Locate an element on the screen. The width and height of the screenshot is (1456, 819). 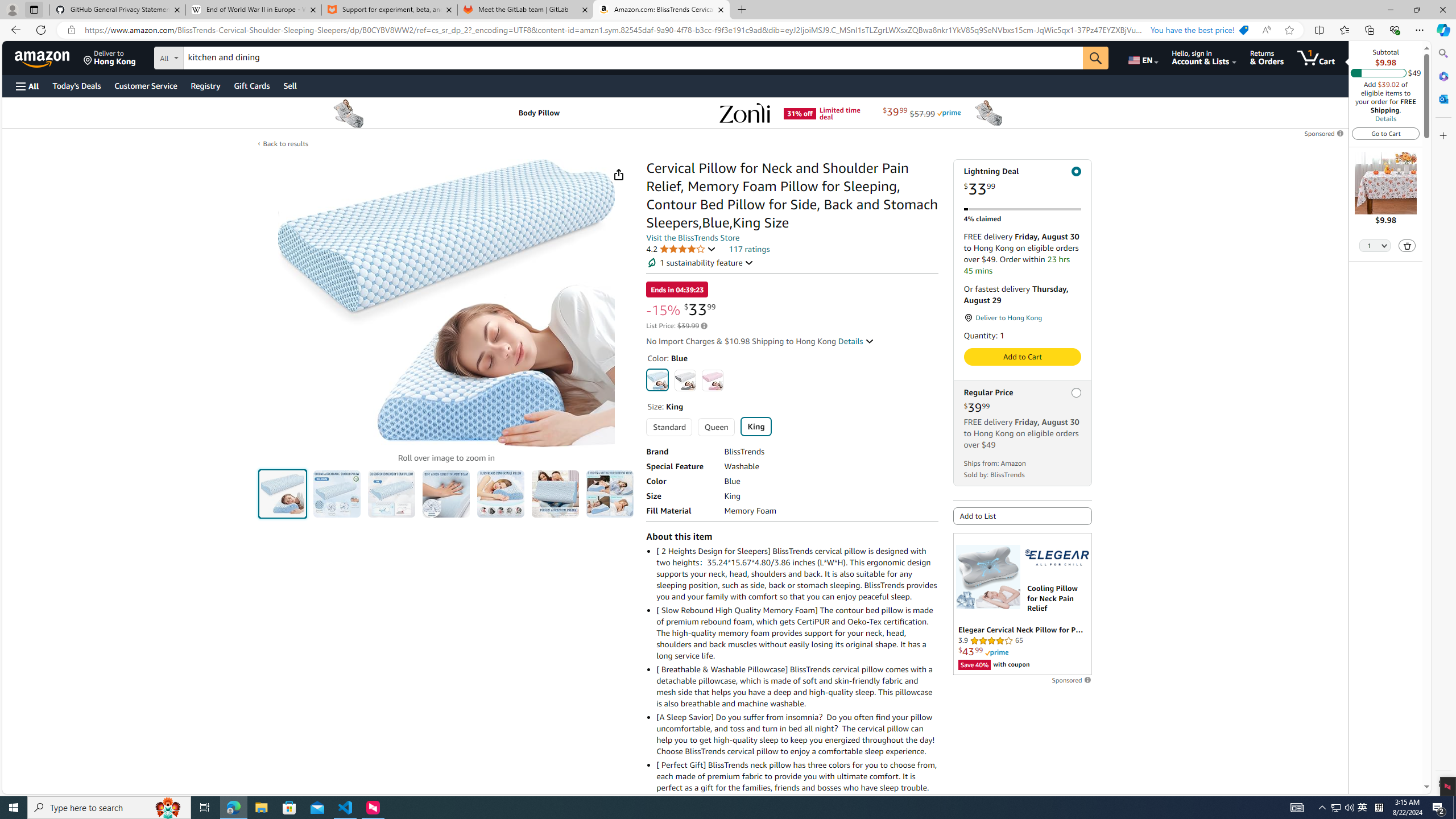
'Amazon' is located at coordinates (43, 57).